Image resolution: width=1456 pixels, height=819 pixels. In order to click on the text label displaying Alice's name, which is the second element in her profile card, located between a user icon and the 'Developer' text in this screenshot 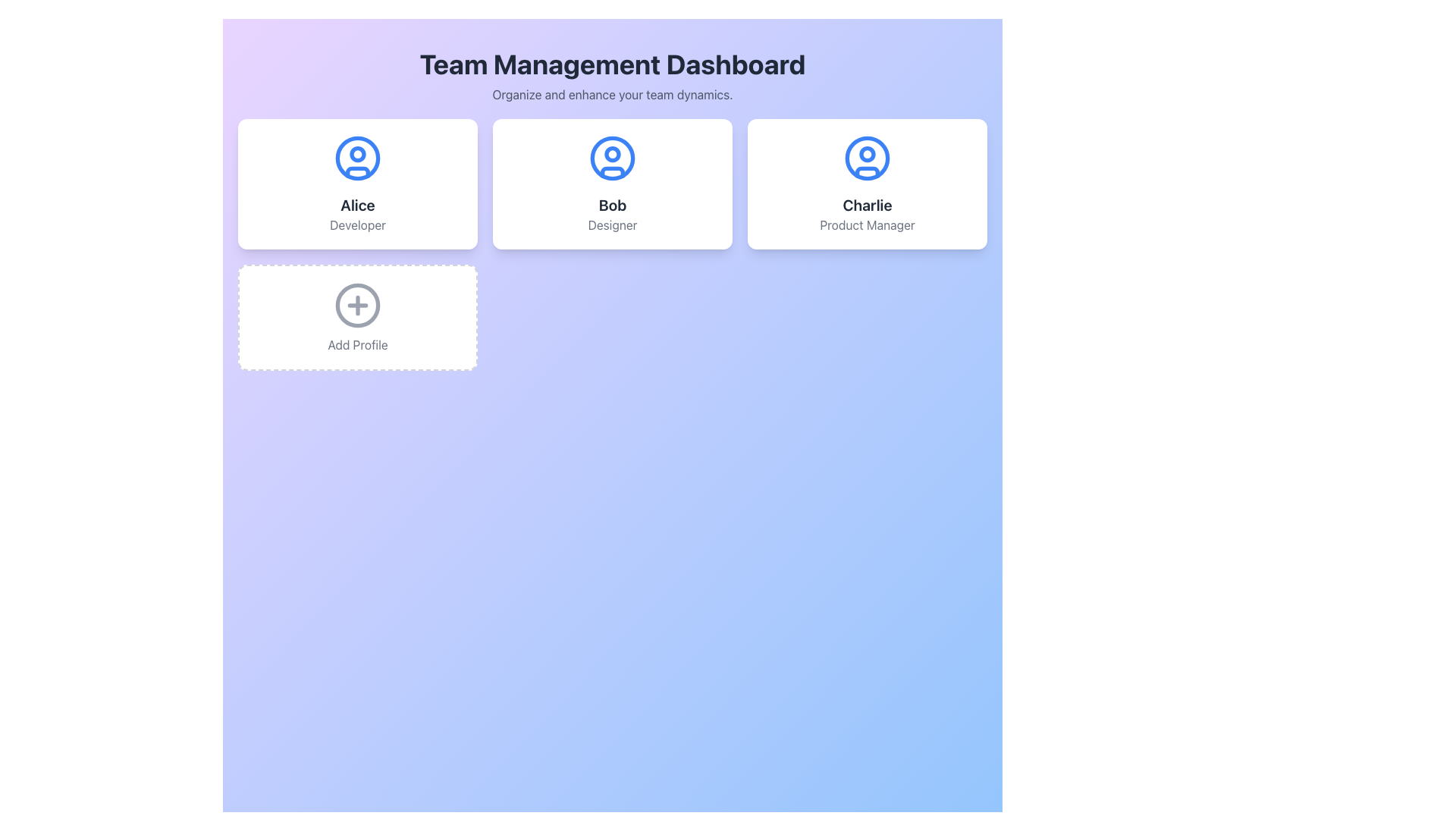, I will do `click(356, 205)`.